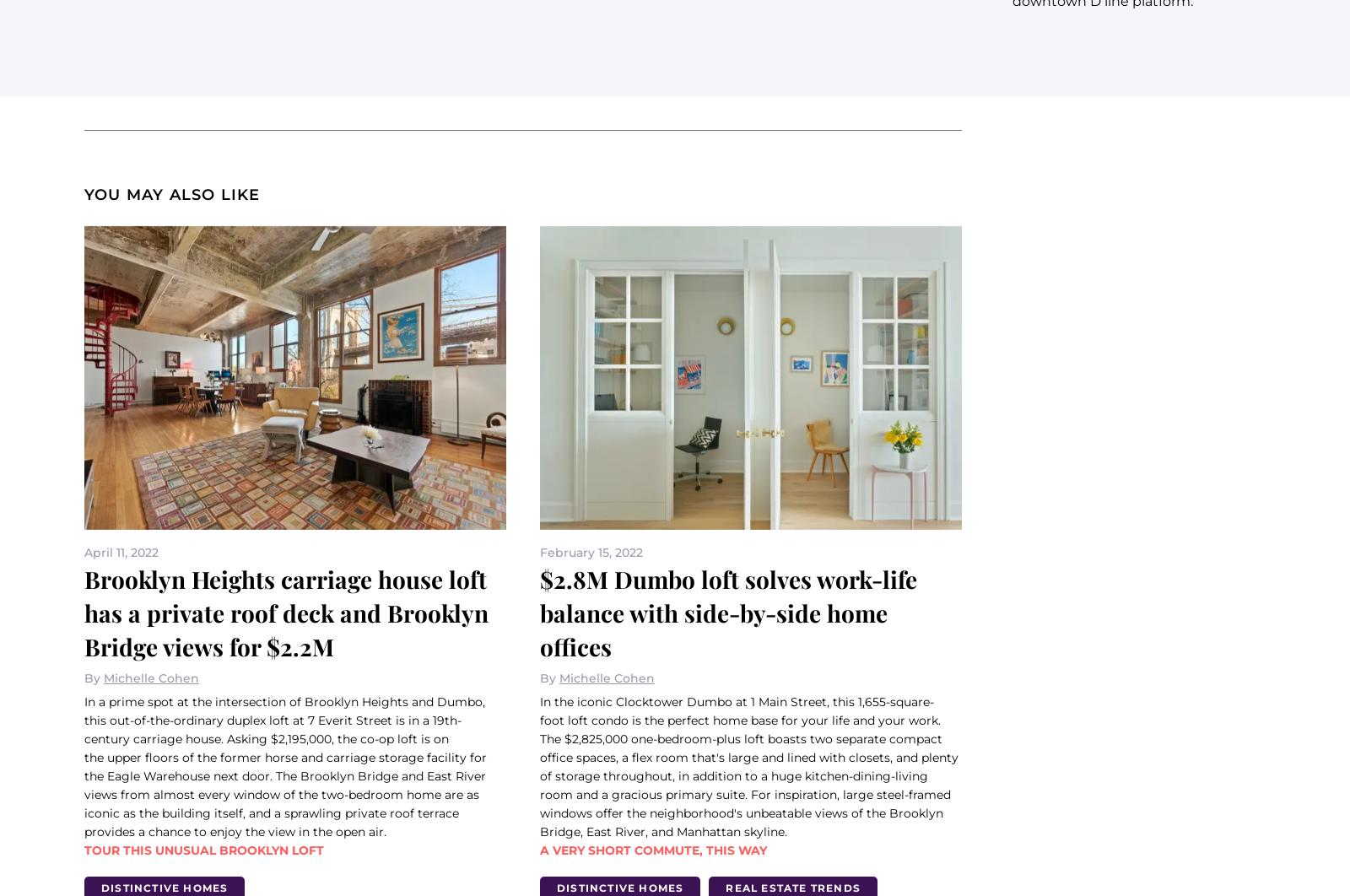 Image resolution: width=1350 pixels, height=896 pixels. I want to click on 'You May Also Like', so click(172, 194).